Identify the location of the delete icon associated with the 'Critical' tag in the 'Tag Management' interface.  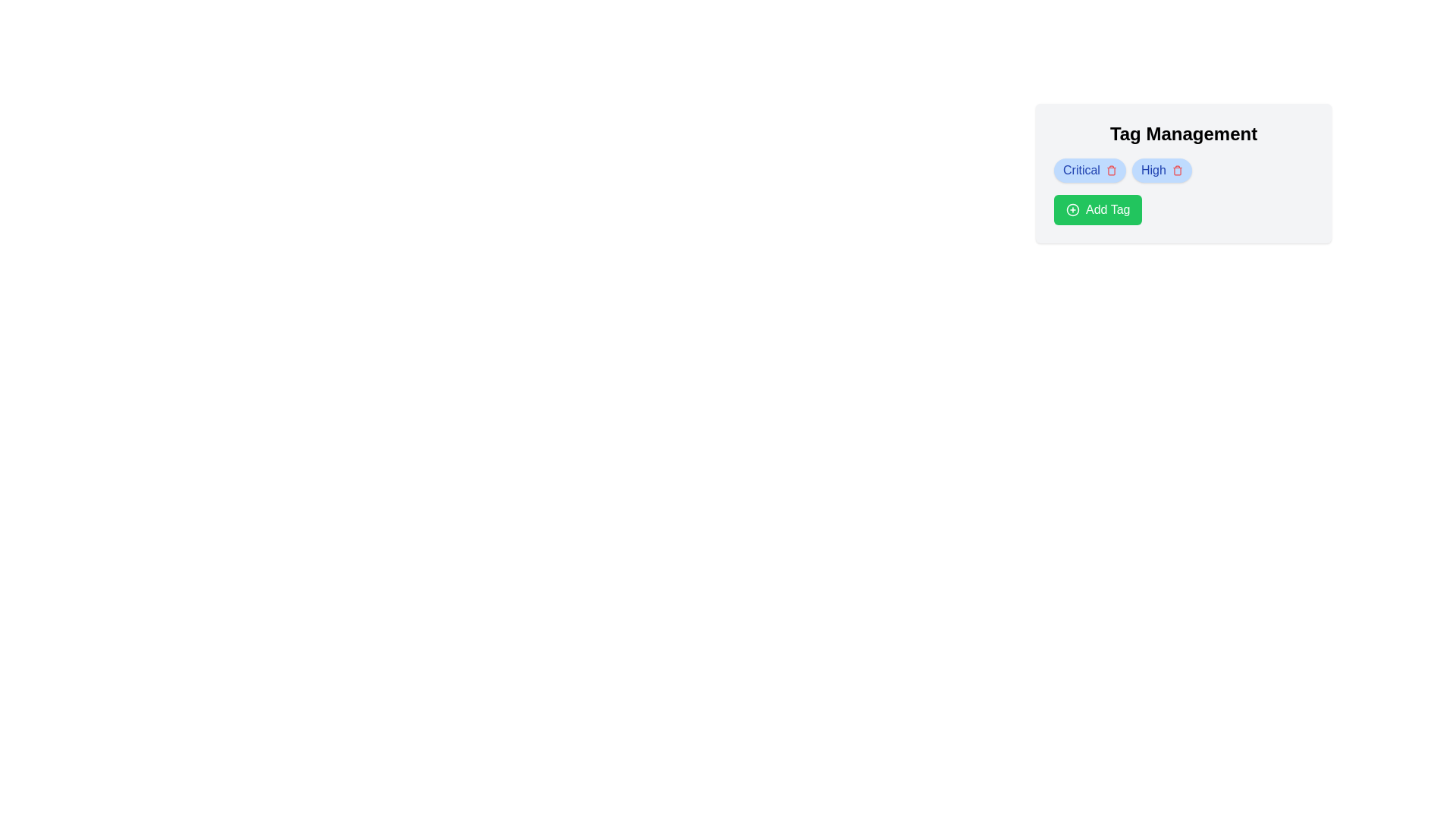
(1111, 171).